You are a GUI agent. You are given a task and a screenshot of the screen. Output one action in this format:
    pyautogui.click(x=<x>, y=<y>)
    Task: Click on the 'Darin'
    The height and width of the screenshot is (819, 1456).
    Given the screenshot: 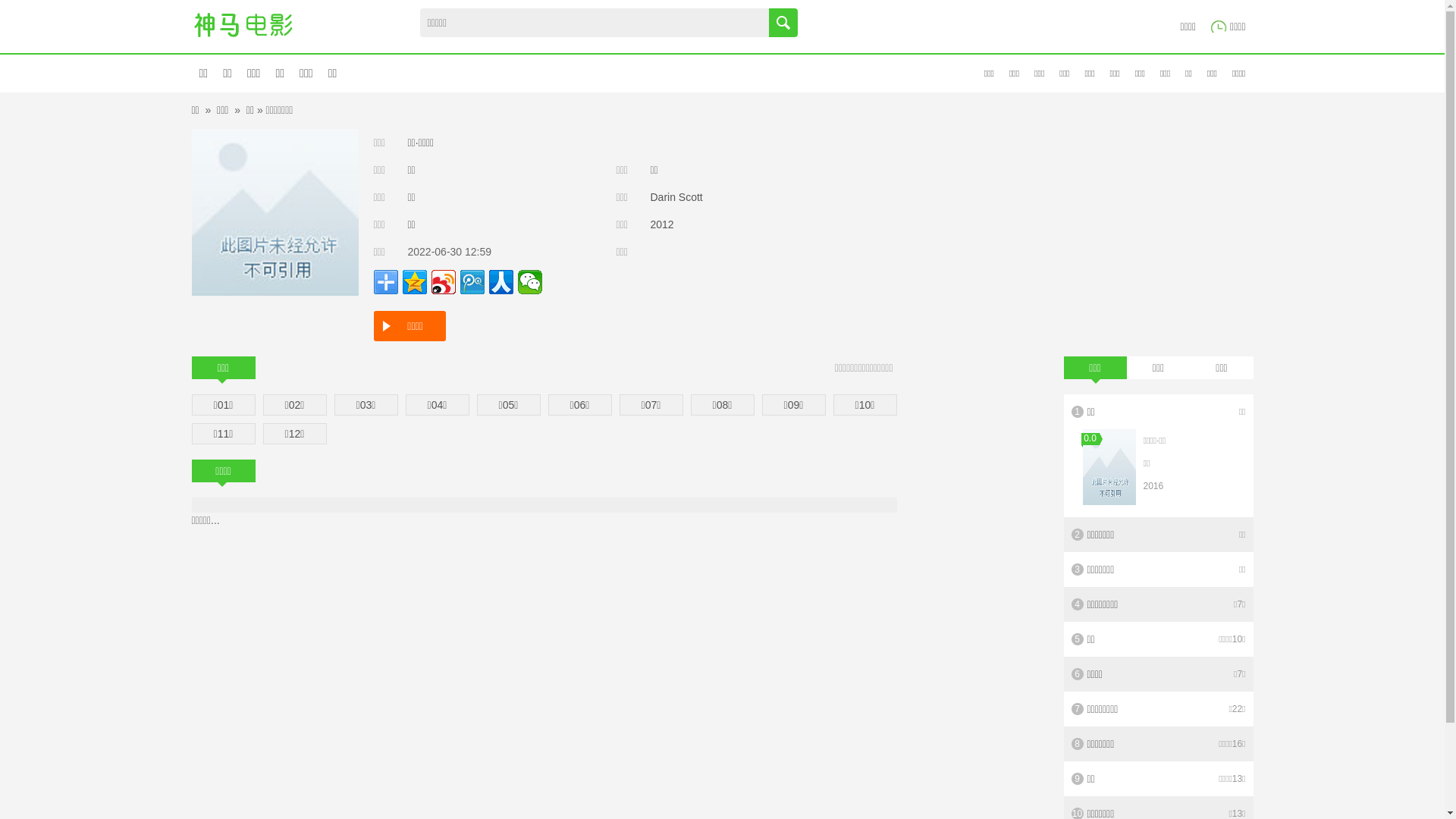 What is the action you would take?
    pyautogui.click(x=651, y=196)
    